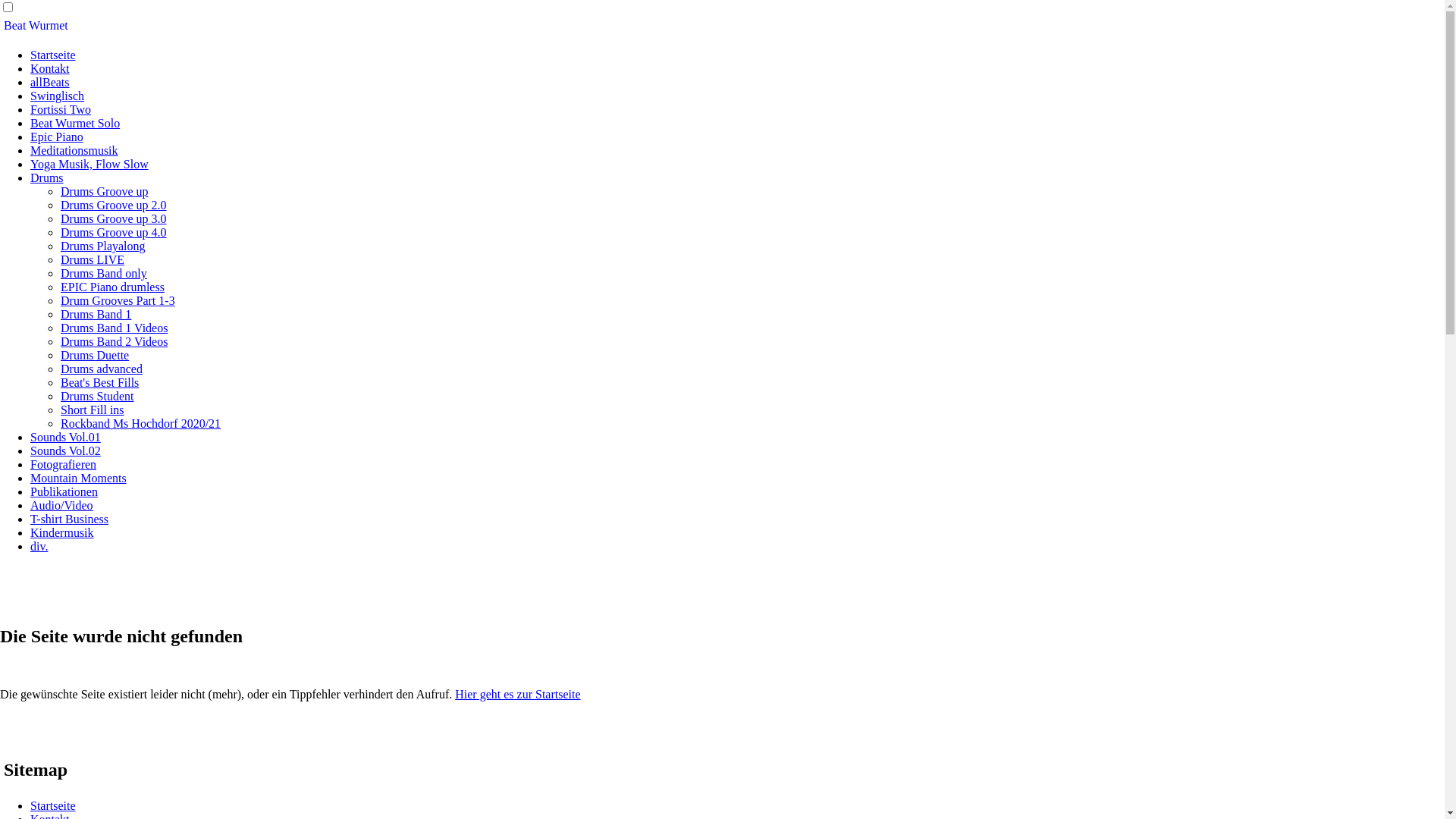  I want to click on 'Drums Playalong', so click(102, 245).